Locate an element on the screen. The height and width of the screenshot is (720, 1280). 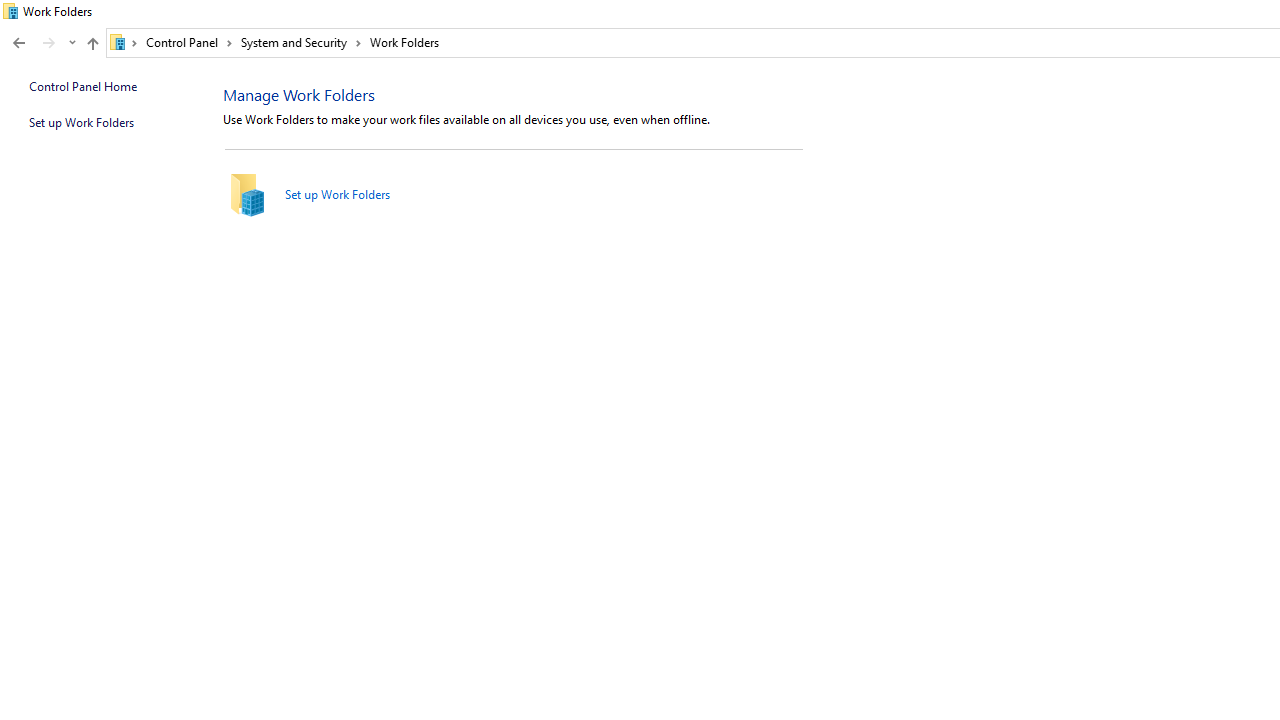
'Up to "System and Security" (Alt + Up Arrow)' is located at coordinates (91, 43).